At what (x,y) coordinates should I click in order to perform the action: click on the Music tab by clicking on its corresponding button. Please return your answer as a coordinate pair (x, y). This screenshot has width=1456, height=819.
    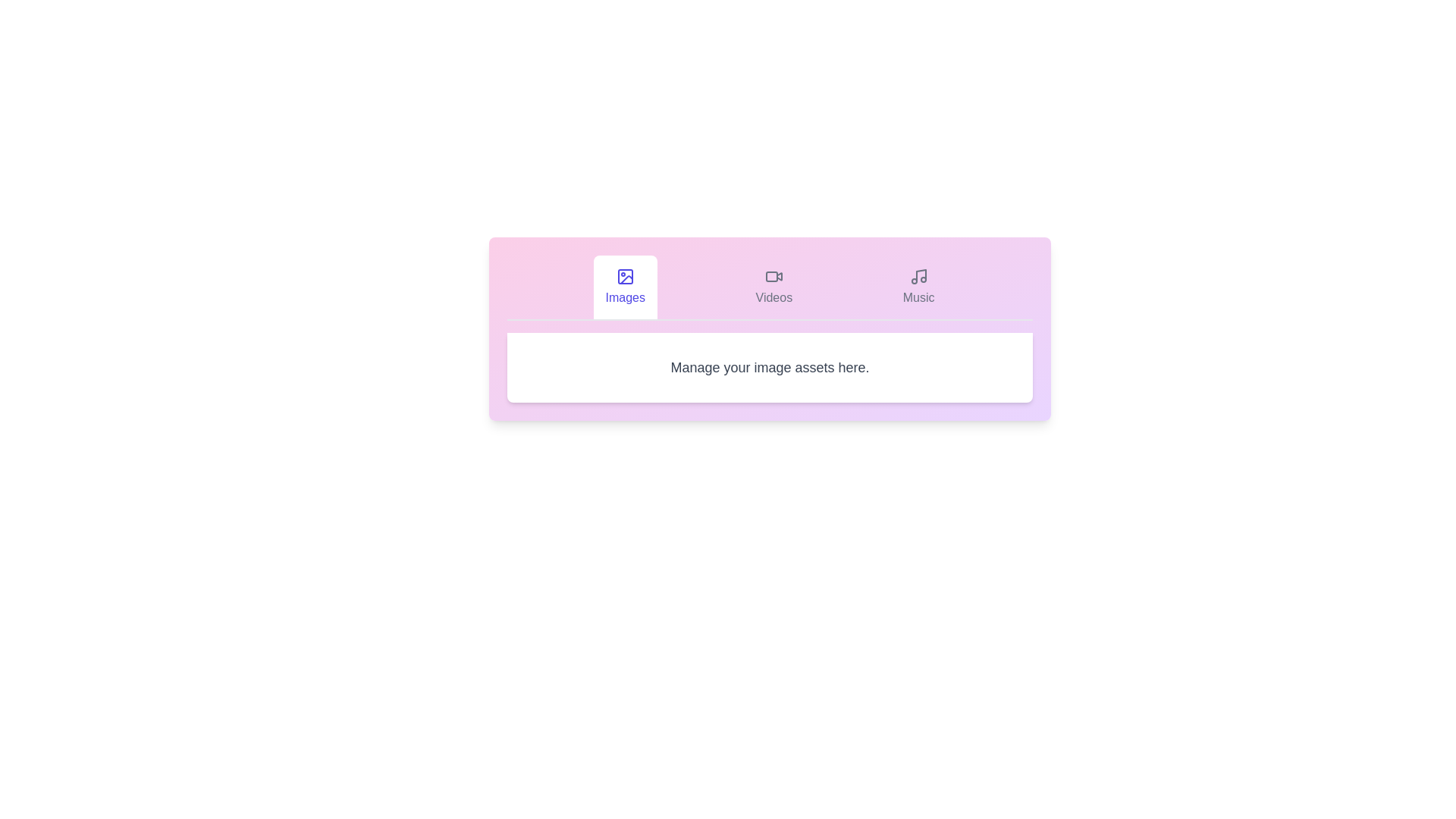
    Looking at the image, I should click on (918, 287).